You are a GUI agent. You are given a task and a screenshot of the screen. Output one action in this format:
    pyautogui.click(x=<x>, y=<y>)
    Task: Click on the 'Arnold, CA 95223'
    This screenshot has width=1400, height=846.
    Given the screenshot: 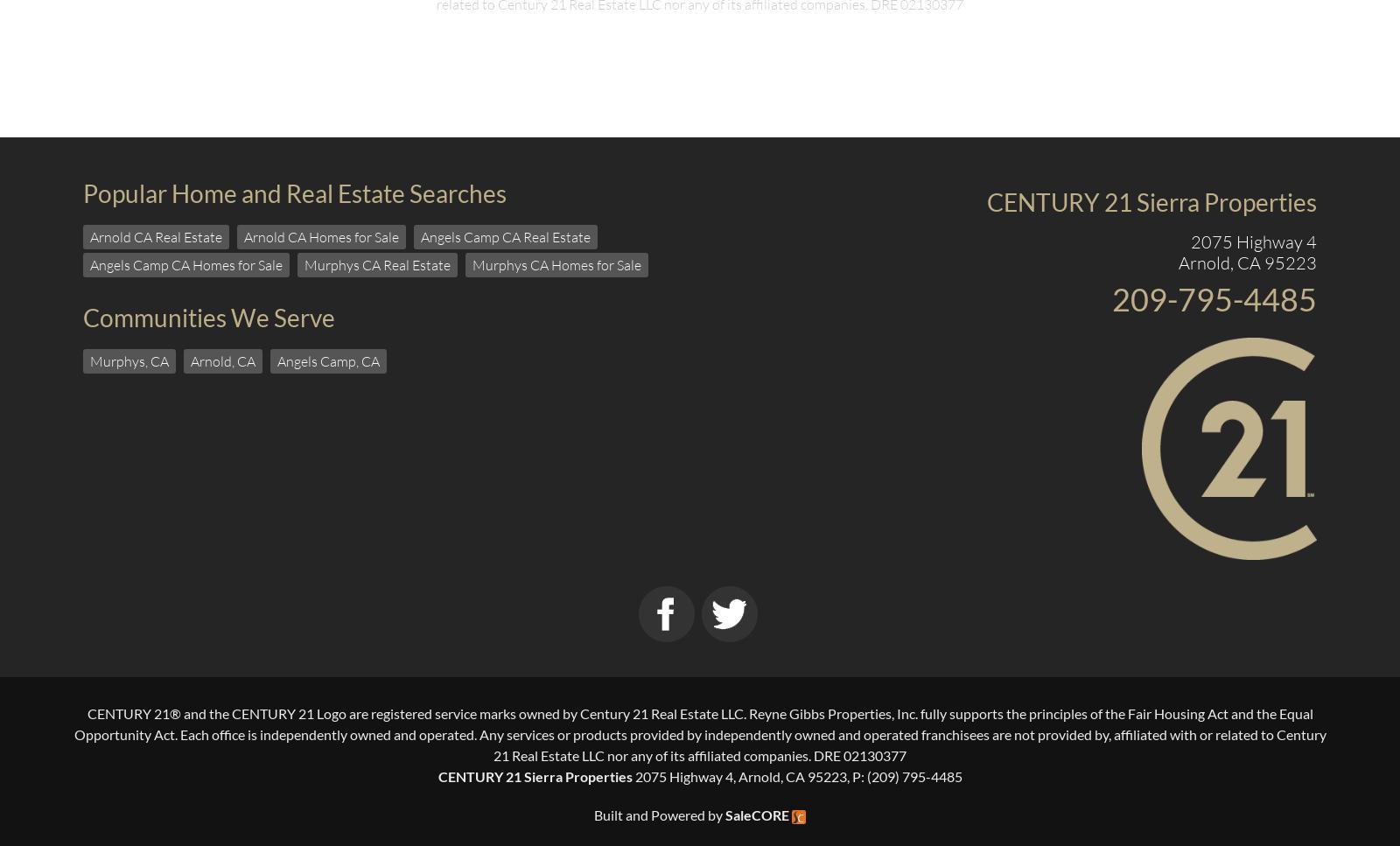 What is the action you would take?
    pyautogui.click(x=1178, y=262)
    